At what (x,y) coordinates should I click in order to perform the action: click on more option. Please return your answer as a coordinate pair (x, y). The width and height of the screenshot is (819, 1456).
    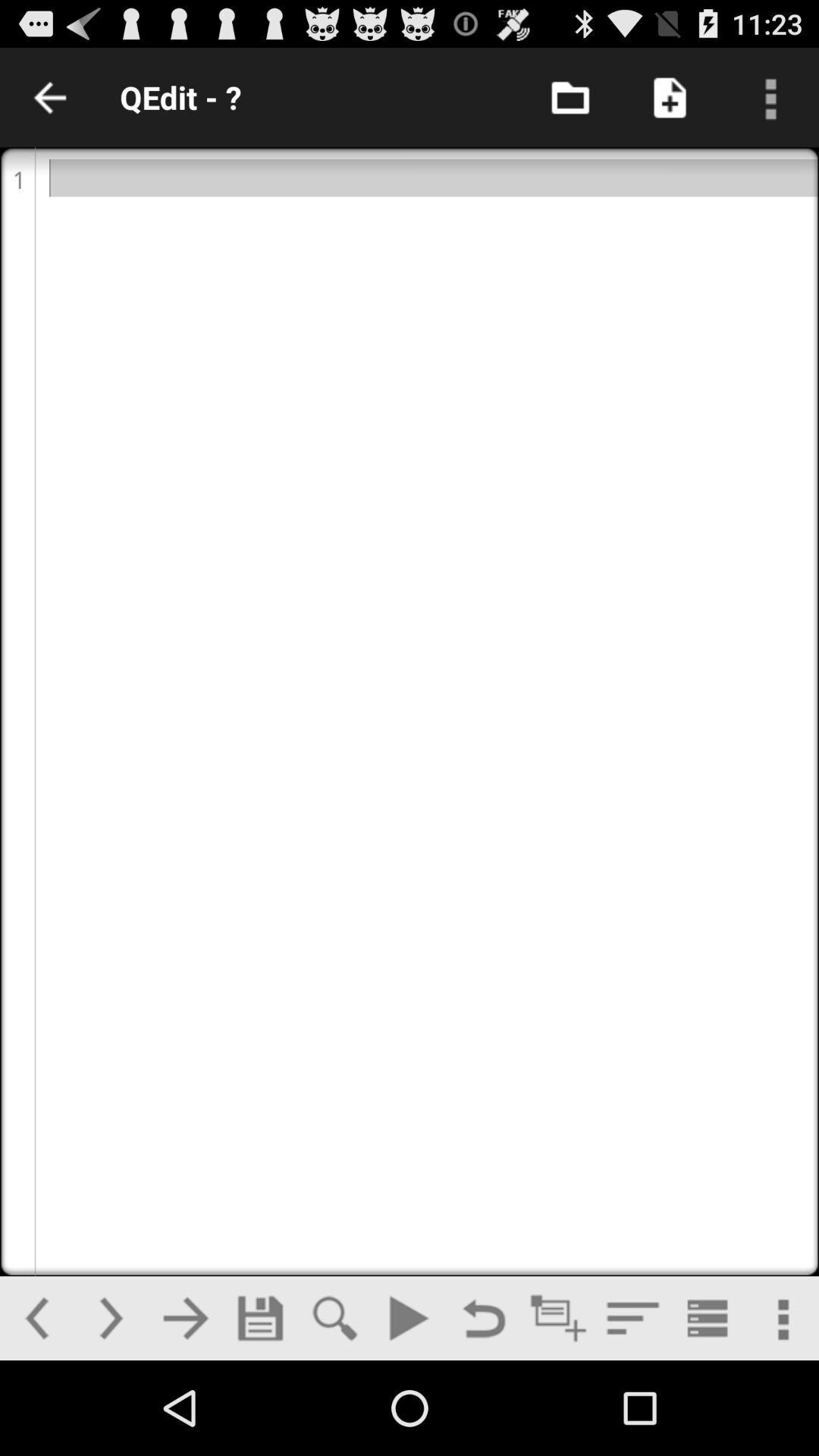
    Looking at the image, I should click on (781, 1317).